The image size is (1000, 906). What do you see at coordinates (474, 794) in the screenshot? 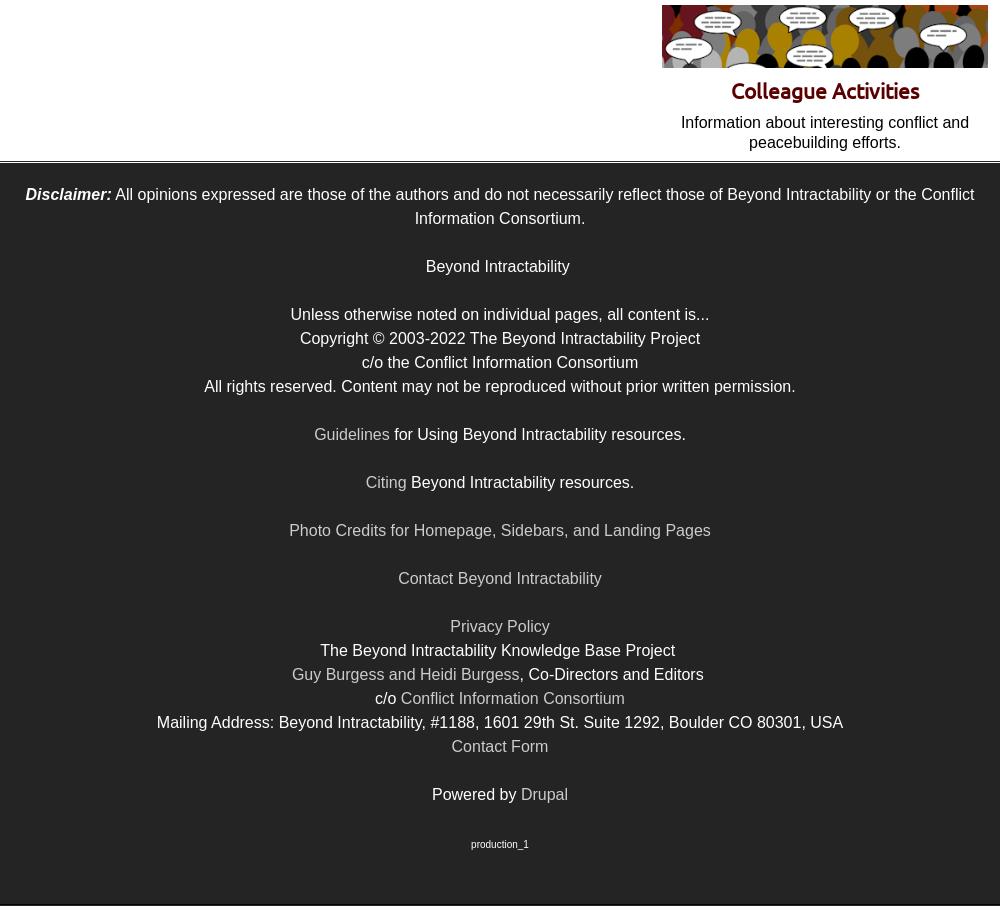
I see `'Powered by'` at bounding box center [474, 794].